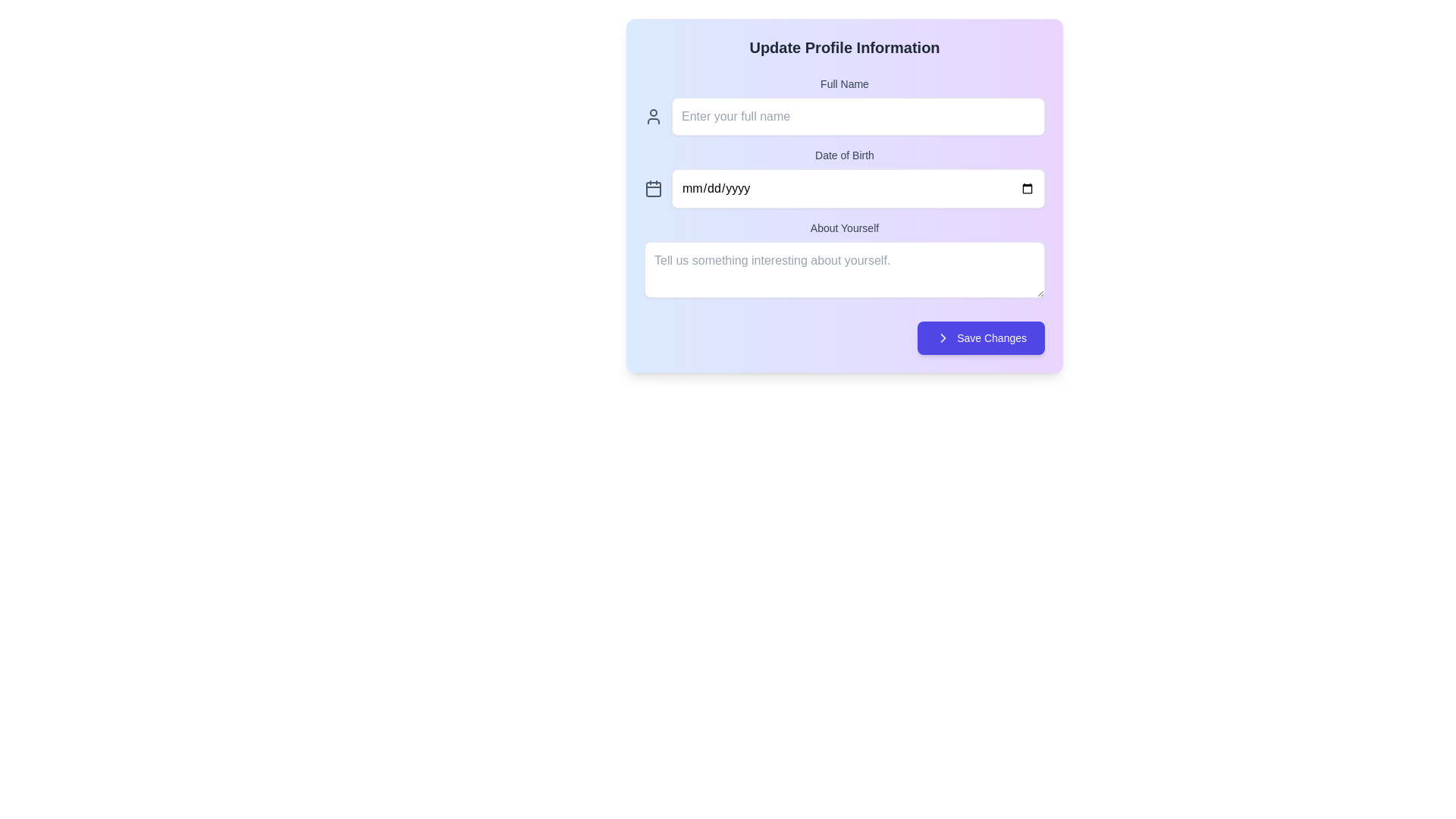 This screenshot has height=819, width=1456. Describe the element at coordinates (654, 188) in the screenshot. I see `the date picker icon located to the left of the date input field under the 'Date of Birth' label` at that location.